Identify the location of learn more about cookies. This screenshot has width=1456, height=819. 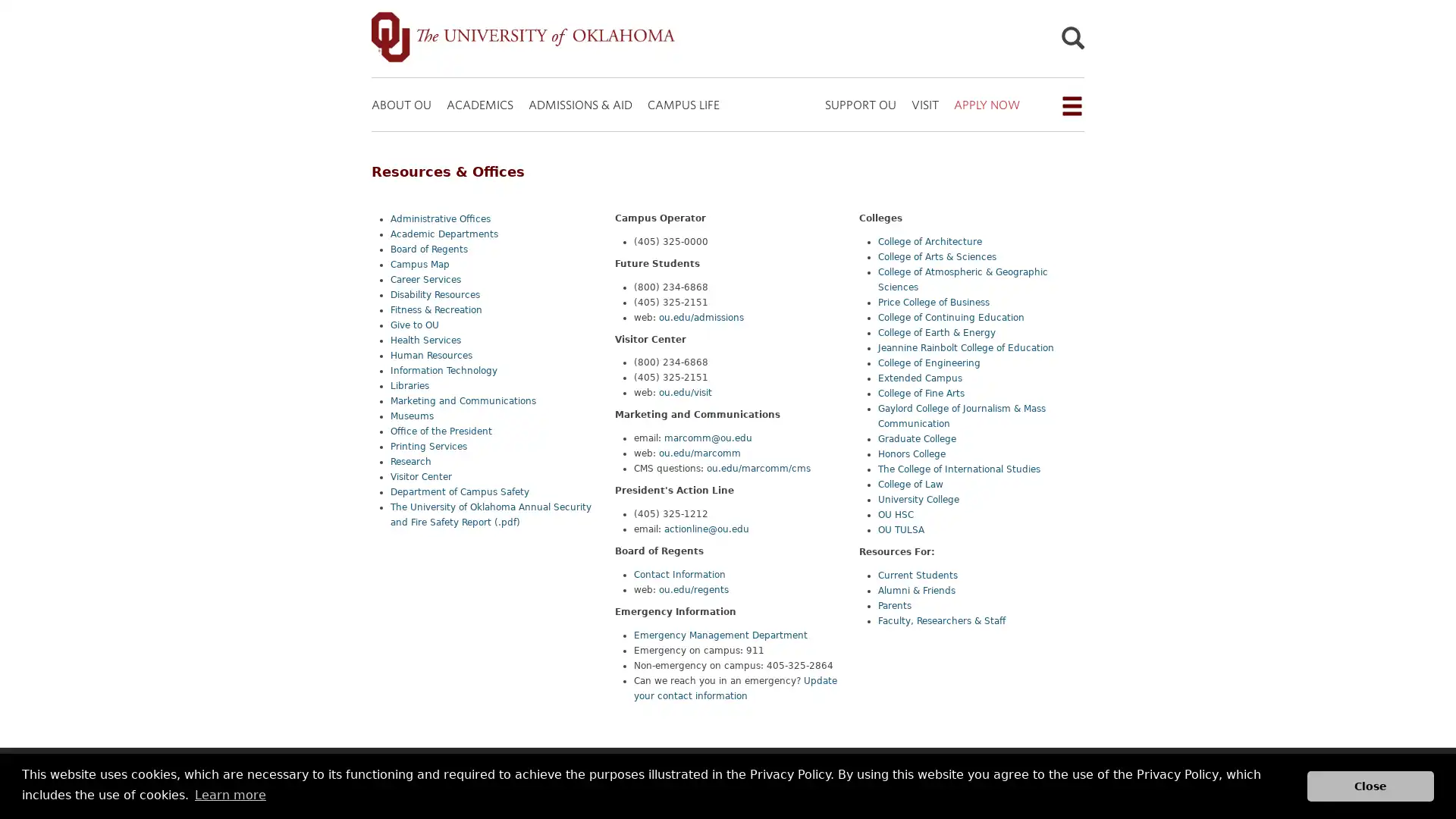
(229, 794).